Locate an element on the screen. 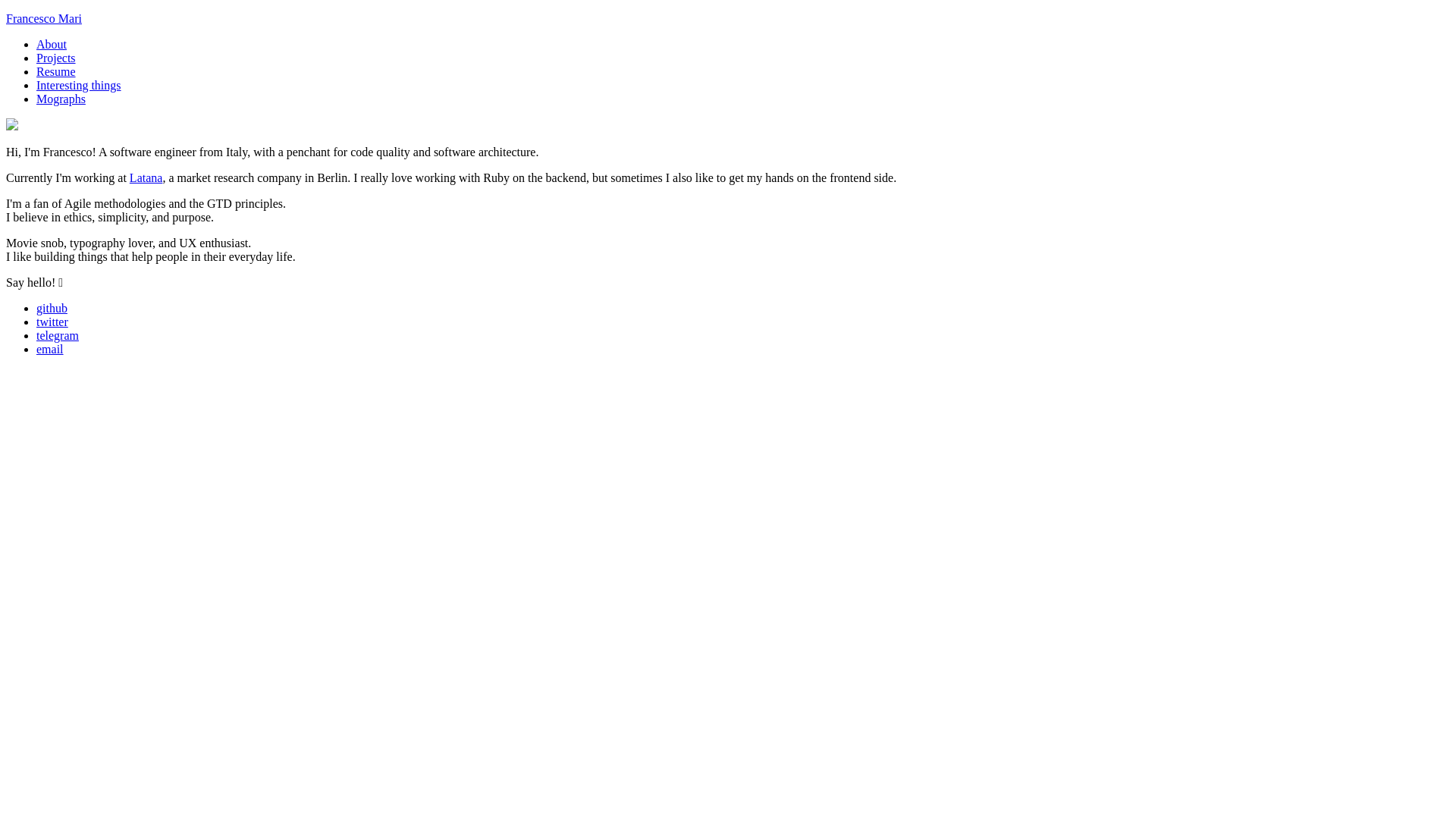  'Projects' is located at coordinates (55, 57).